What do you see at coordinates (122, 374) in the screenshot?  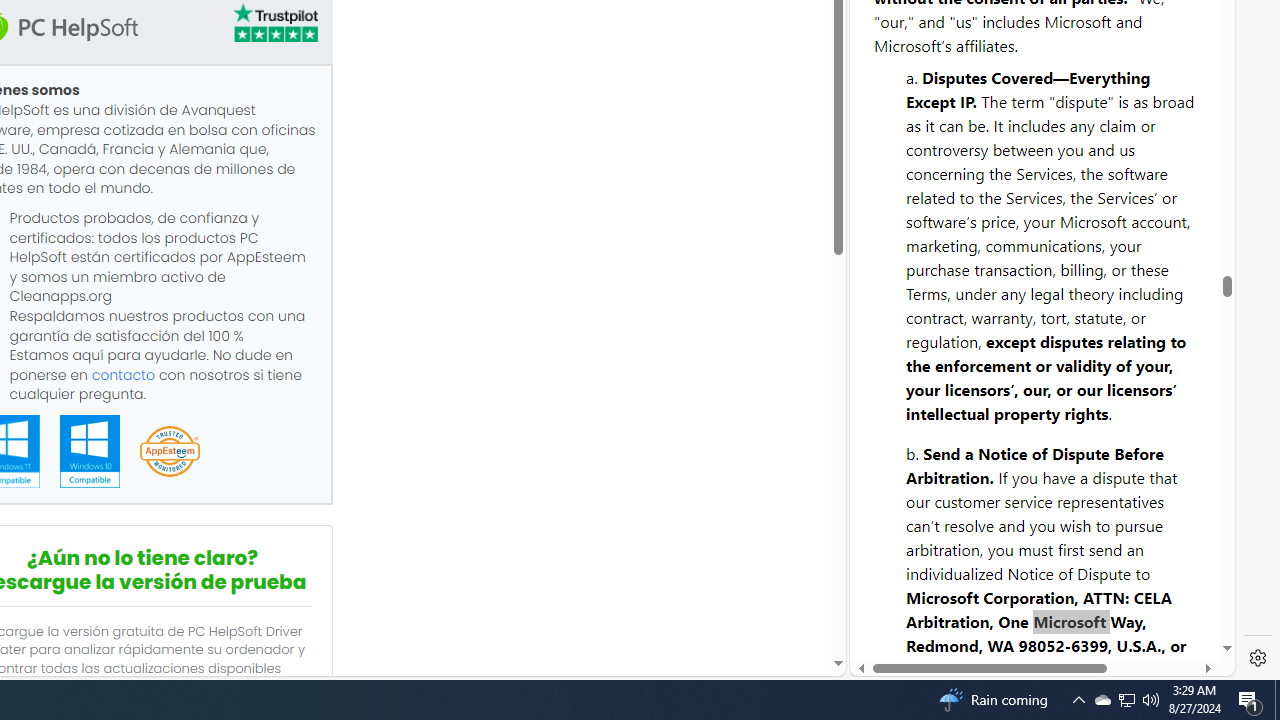 I see `'contacto'` at bounding box center [122, 374].